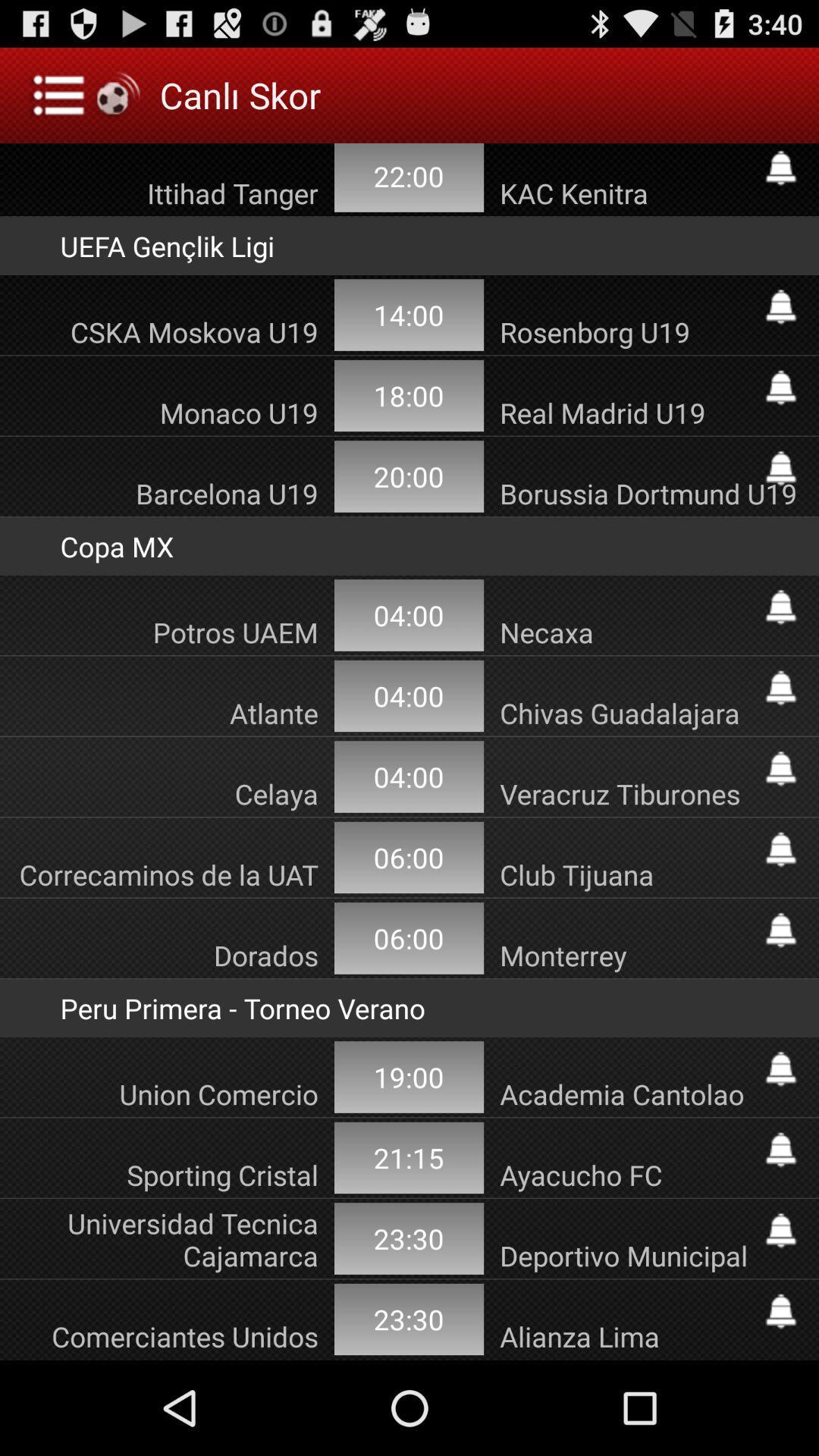 The image size is (819, 1456). I want to click on set an alert, so click(780, 768).